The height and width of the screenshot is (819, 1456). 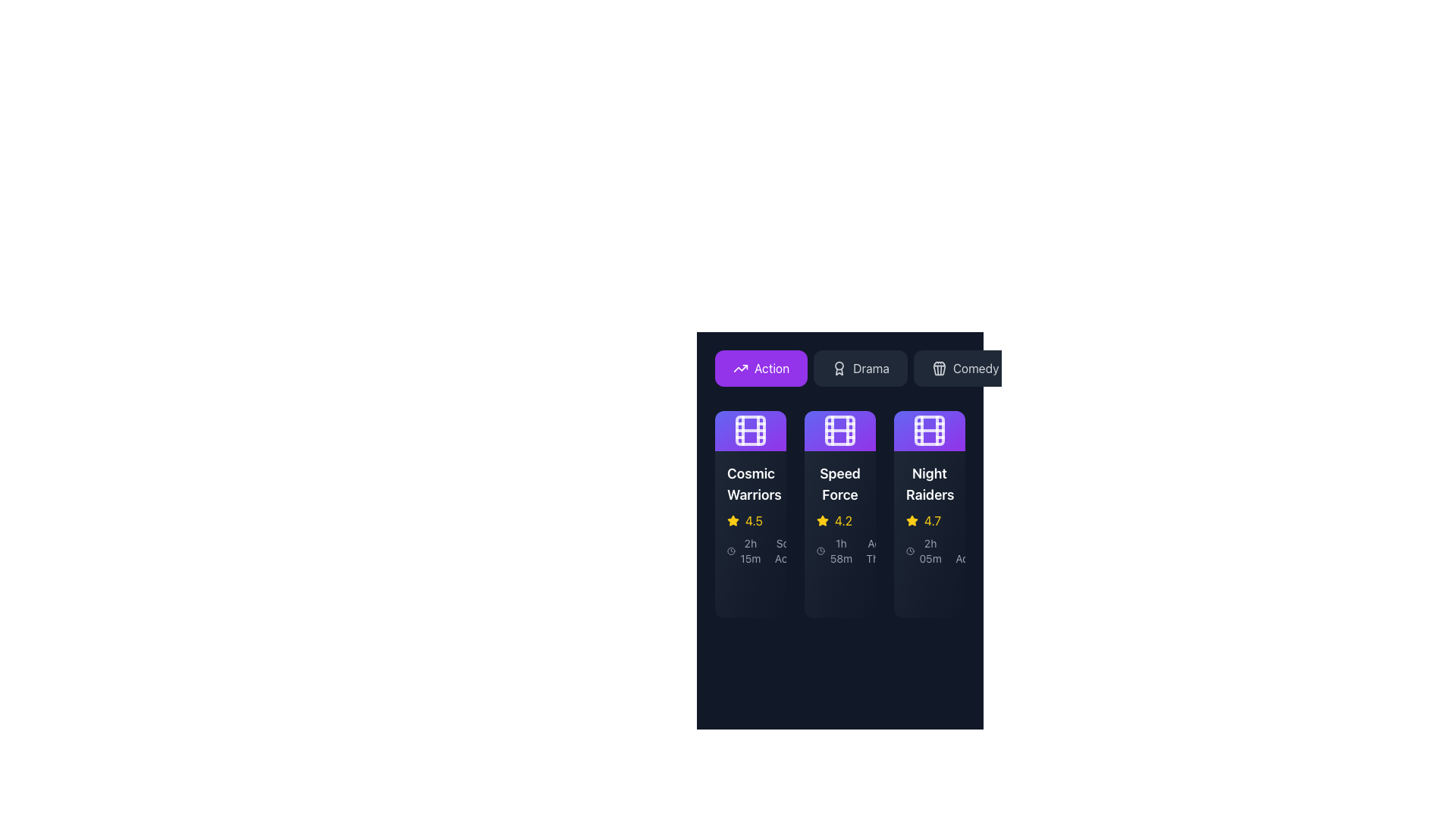 What do you see at coordinates (741, 369) in the screenshot?
I see `the trending arrow icon located on the leftmost part of the 'Action' button for information` at bounding box center [741, 369].